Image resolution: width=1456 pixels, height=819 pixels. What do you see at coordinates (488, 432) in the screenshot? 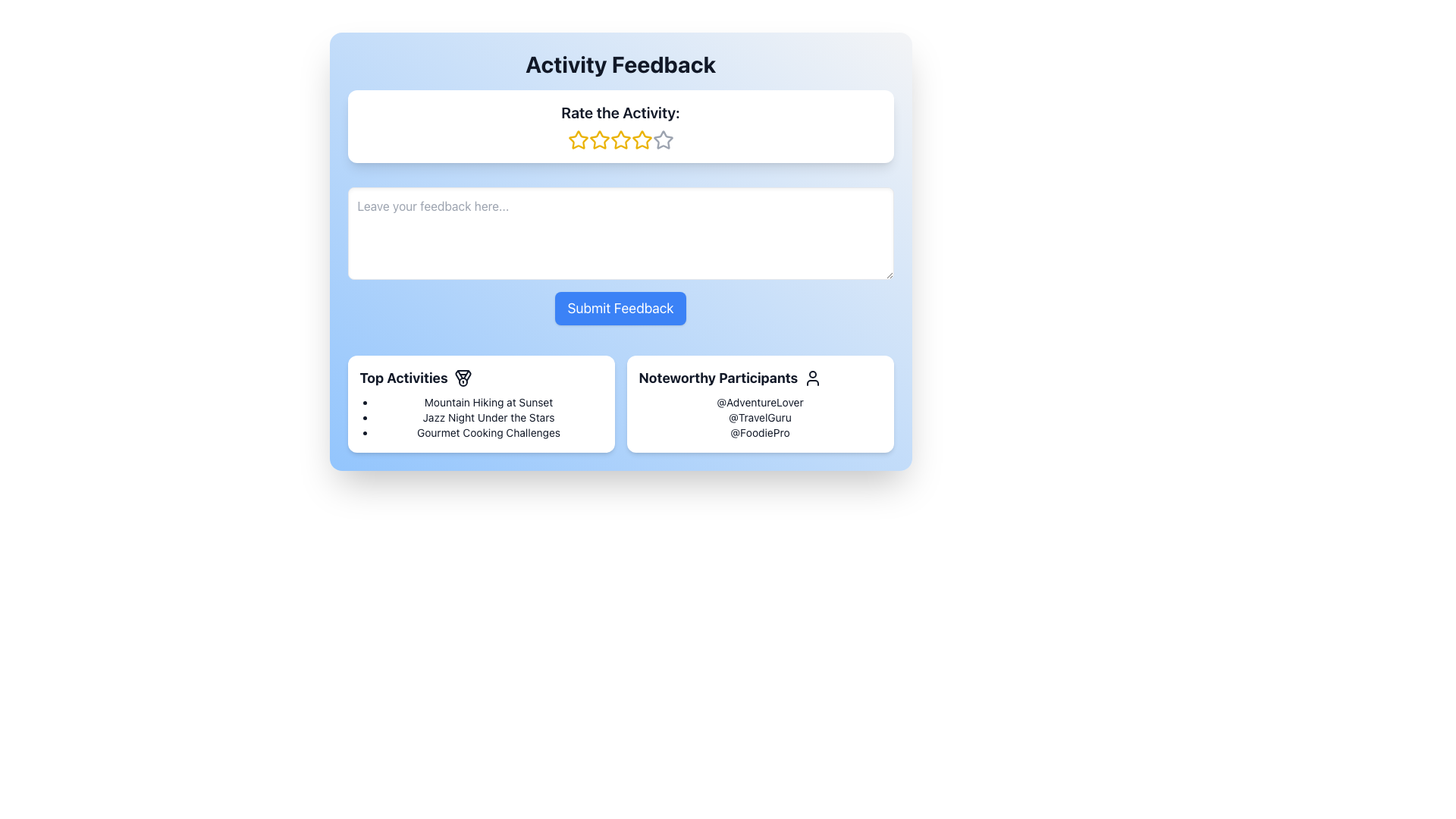
I see `the third text element in the bulleted list under 'Top Activities', which follows 'Mountain Hiking at Sunset' and 'Jazz Night Under the Stars'` at bounding box center [488, 432].